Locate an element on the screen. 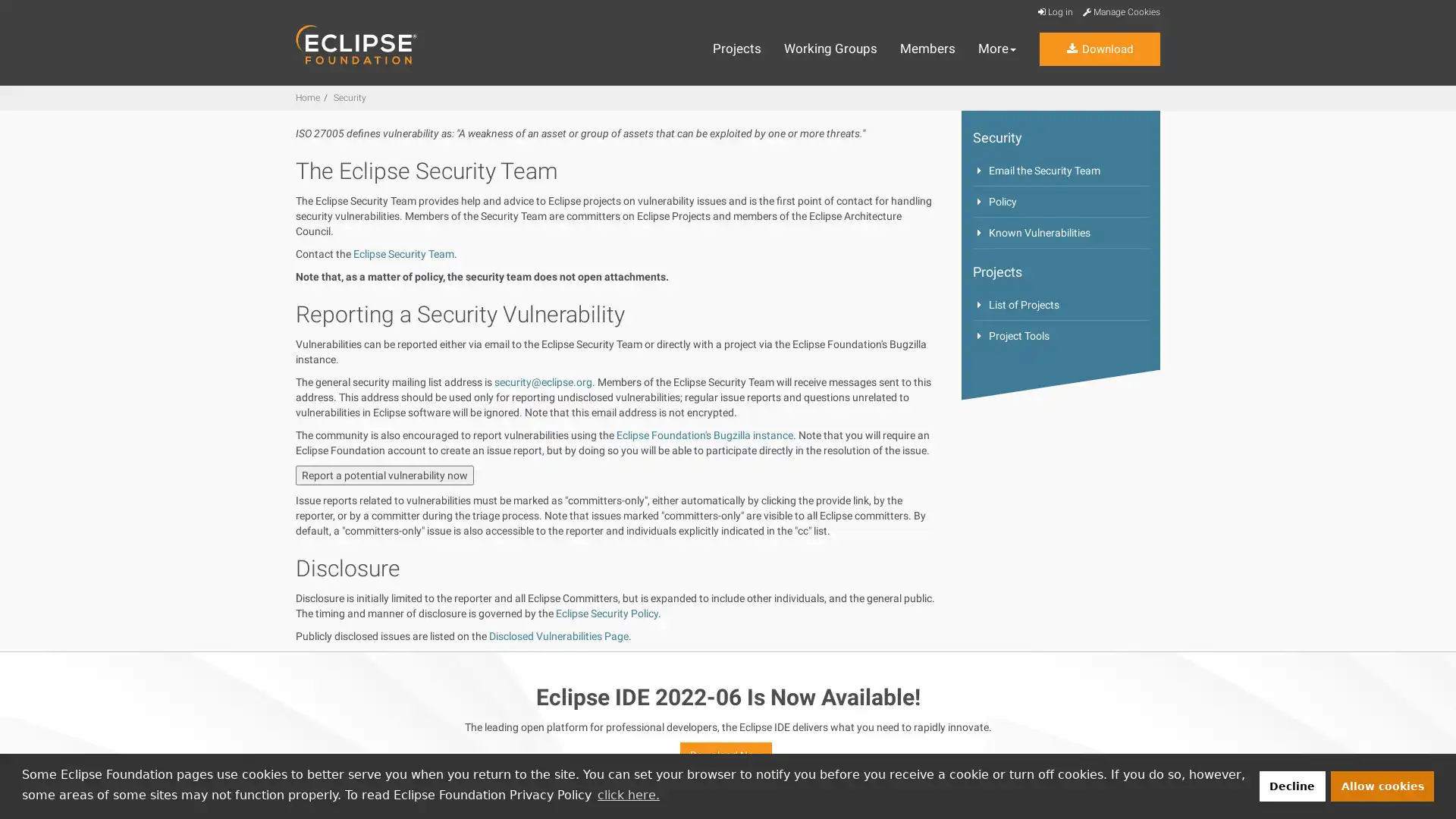  More is located at coordinates (997, 49).